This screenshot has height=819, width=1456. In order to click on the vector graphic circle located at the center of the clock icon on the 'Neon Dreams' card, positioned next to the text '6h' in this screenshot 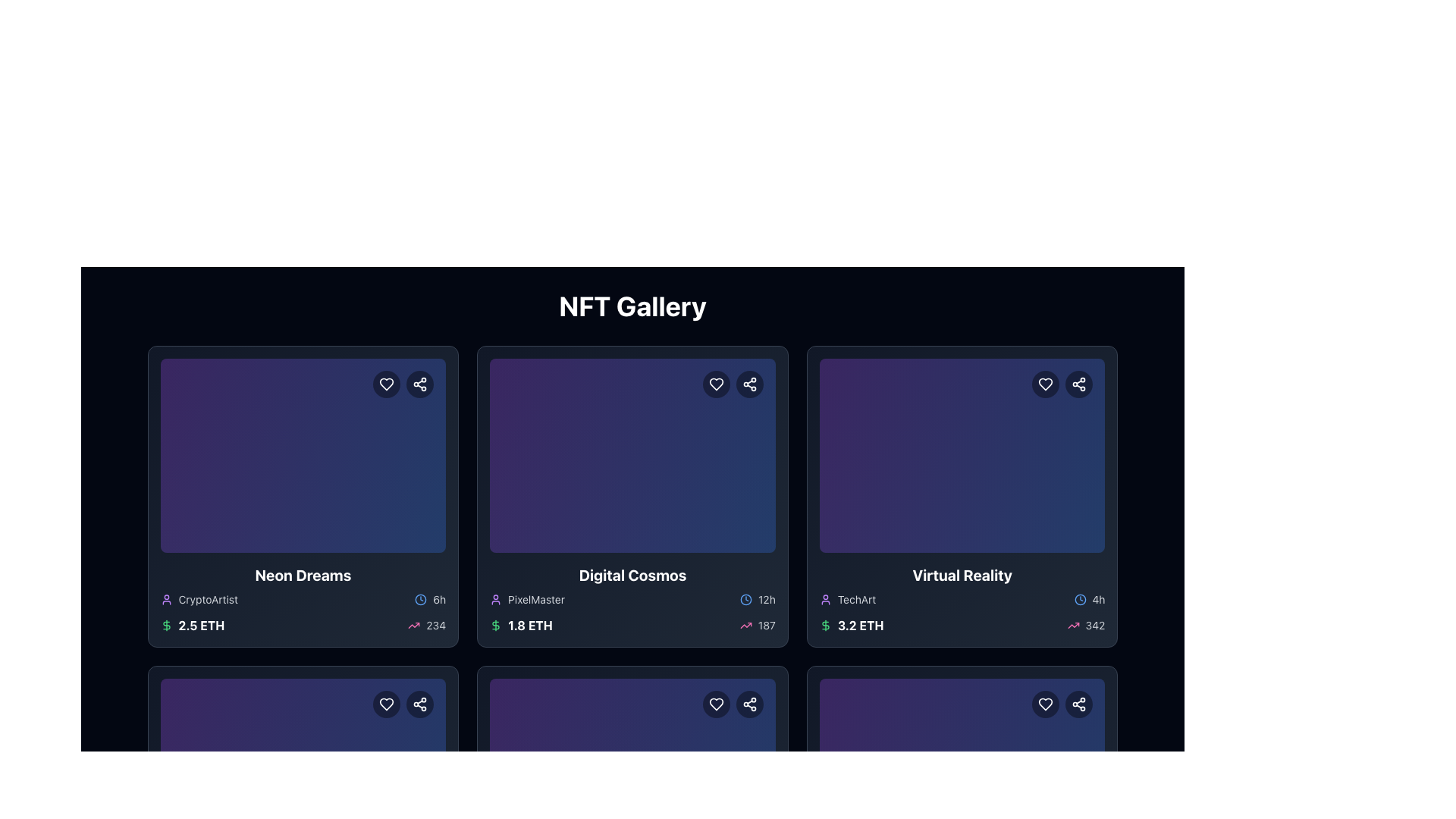, I will do `click(421, 598)`.